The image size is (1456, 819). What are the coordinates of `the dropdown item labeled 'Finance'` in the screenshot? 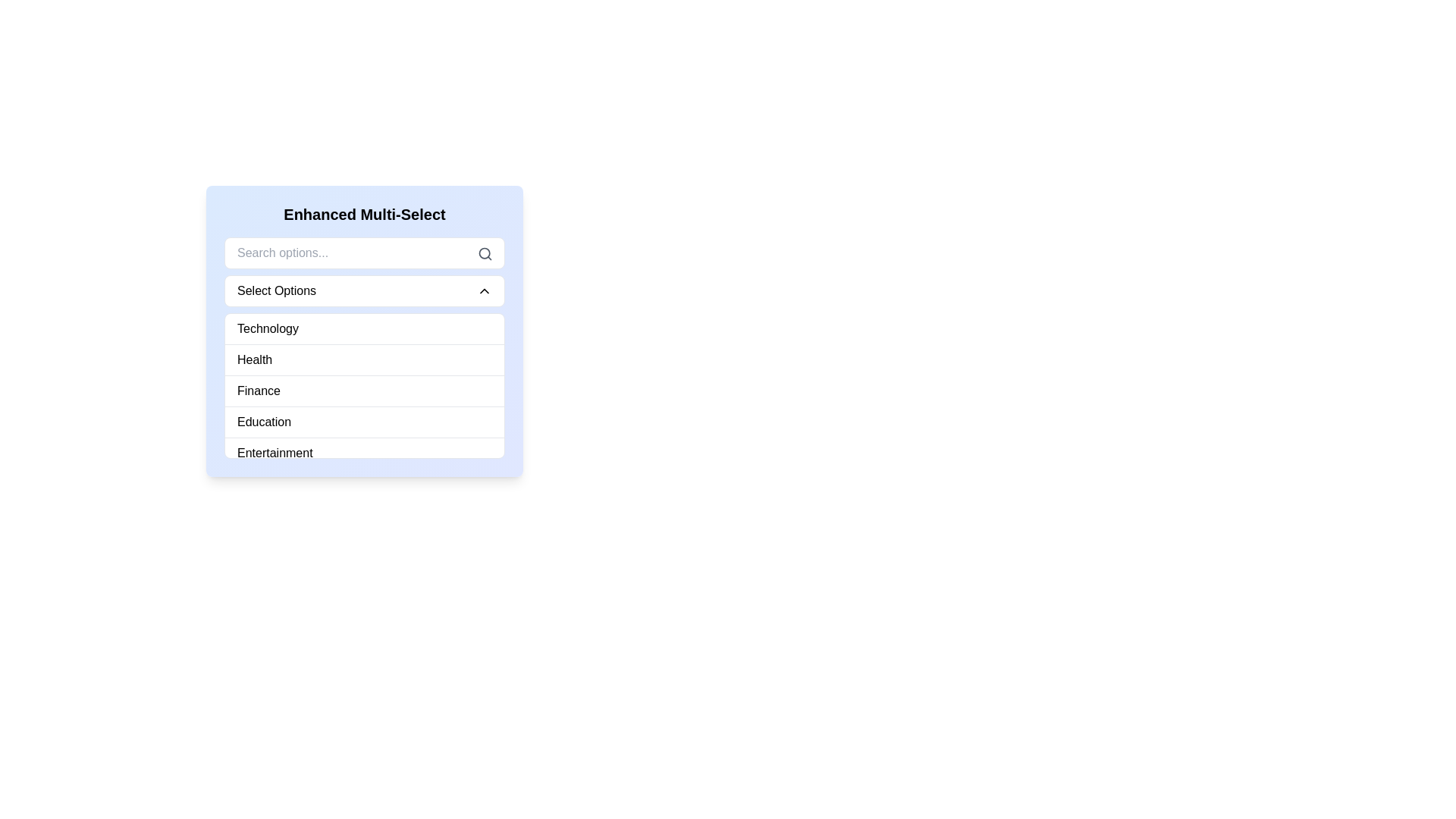 It's located at (364, 390).